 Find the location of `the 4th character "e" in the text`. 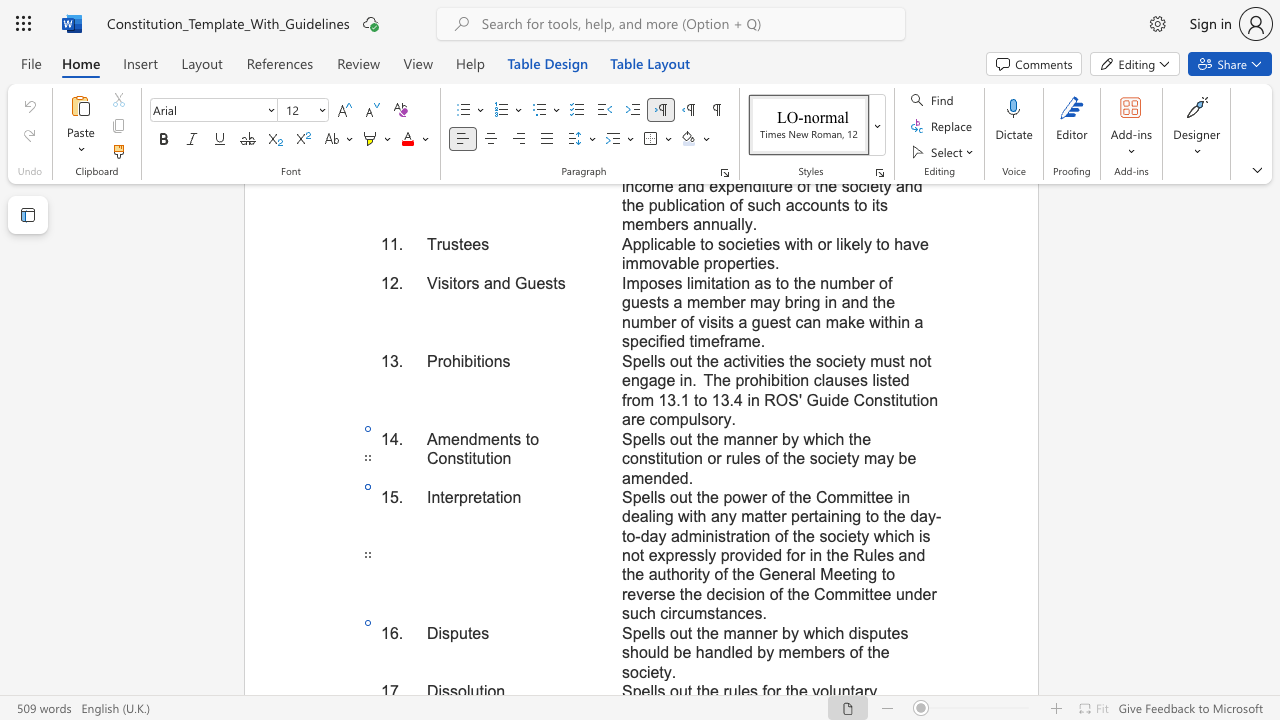

the 4th character "e" in the text is located at coordinates (895, 633).